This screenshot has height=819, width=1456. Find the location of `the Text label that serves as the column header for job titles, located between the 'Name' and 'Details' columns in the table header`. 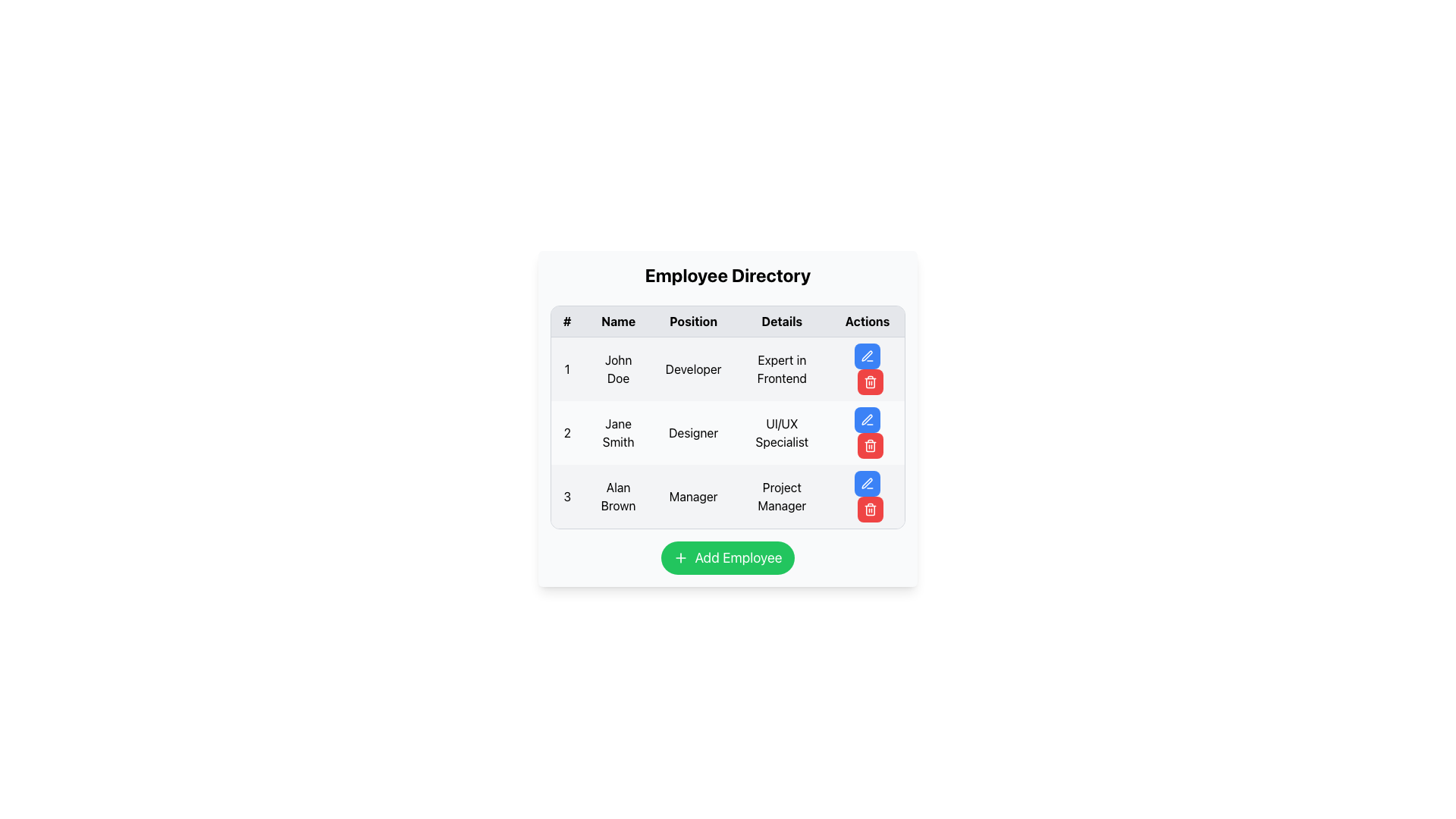

the Text label that serves as the column header for job titles, located between the 'Name' and 'Details' columns in the table header is located at coordinates (692, 321).